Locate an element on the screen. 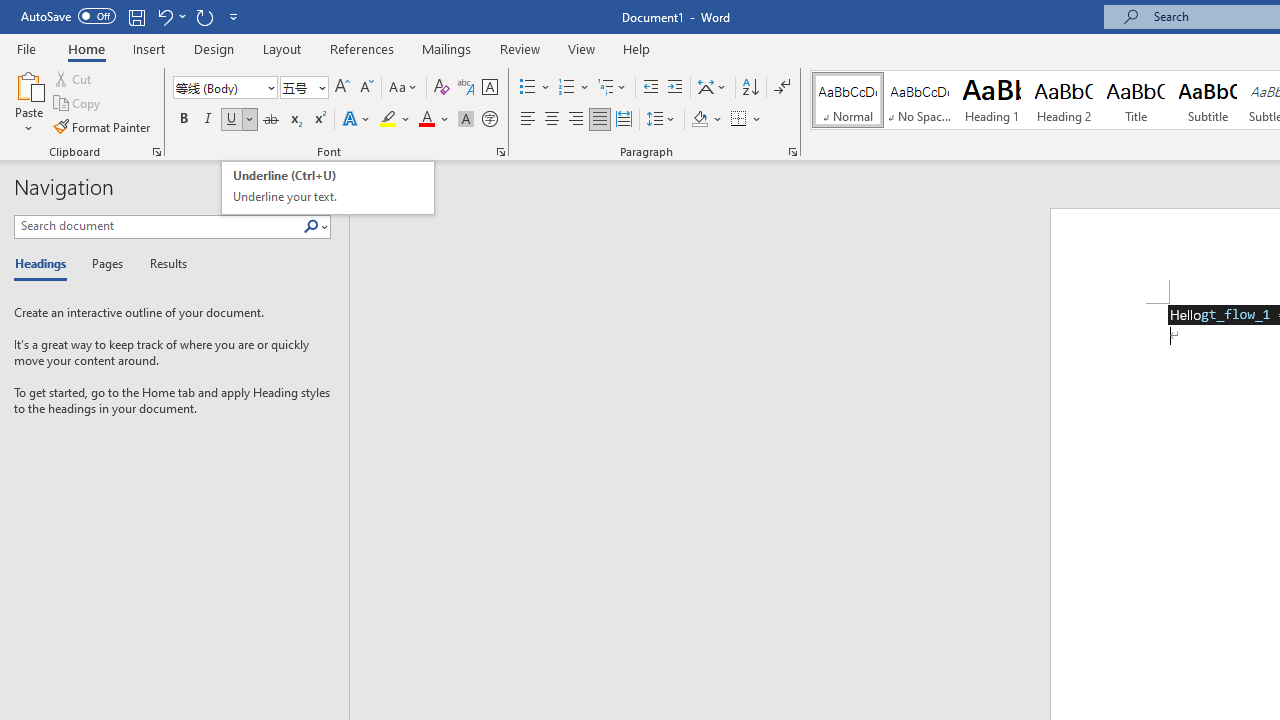  'Undo Underline Style' is located at coordinates (170, 16).